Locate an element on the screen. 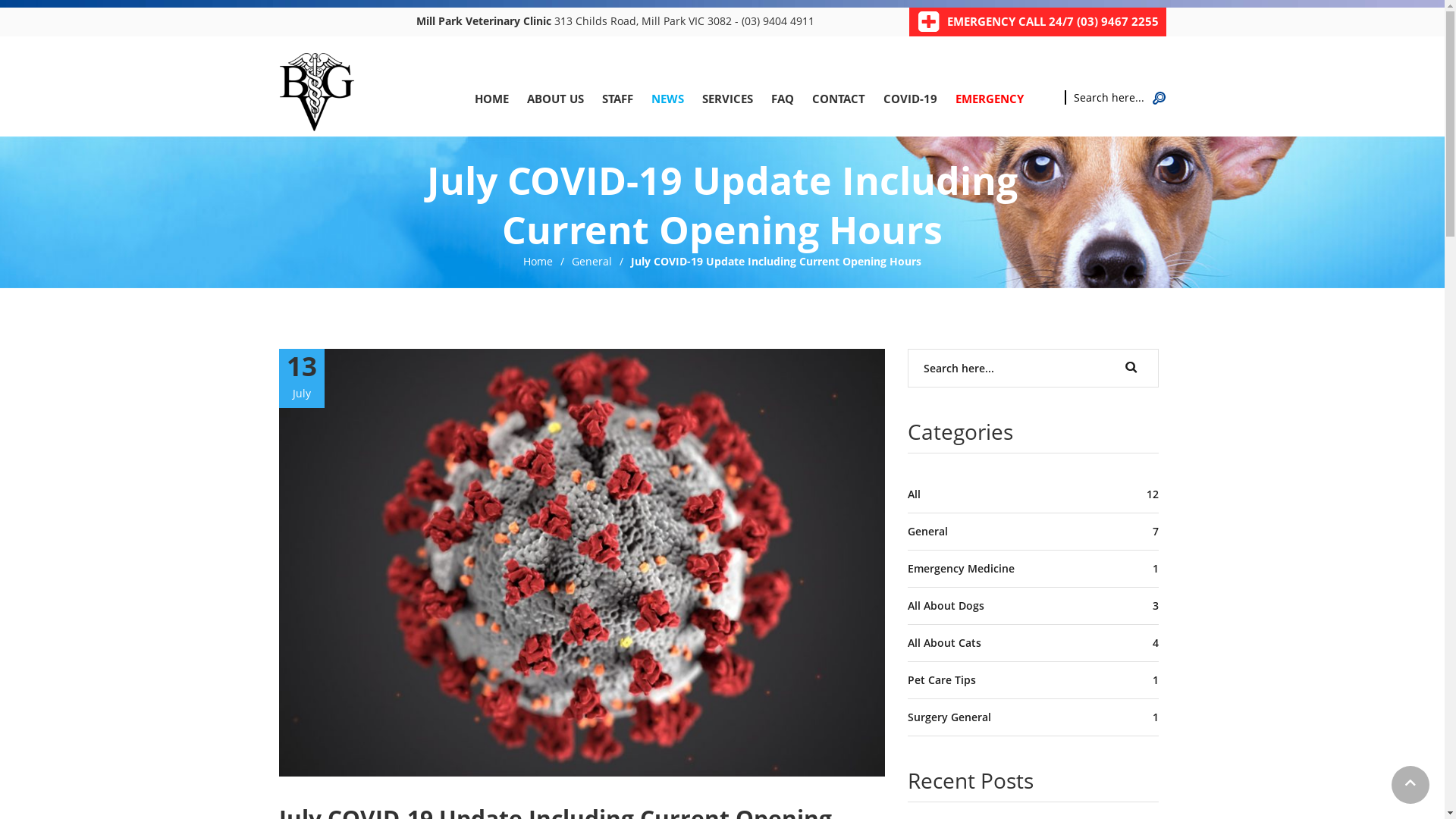  'General' is located at coordinates (591, 259).